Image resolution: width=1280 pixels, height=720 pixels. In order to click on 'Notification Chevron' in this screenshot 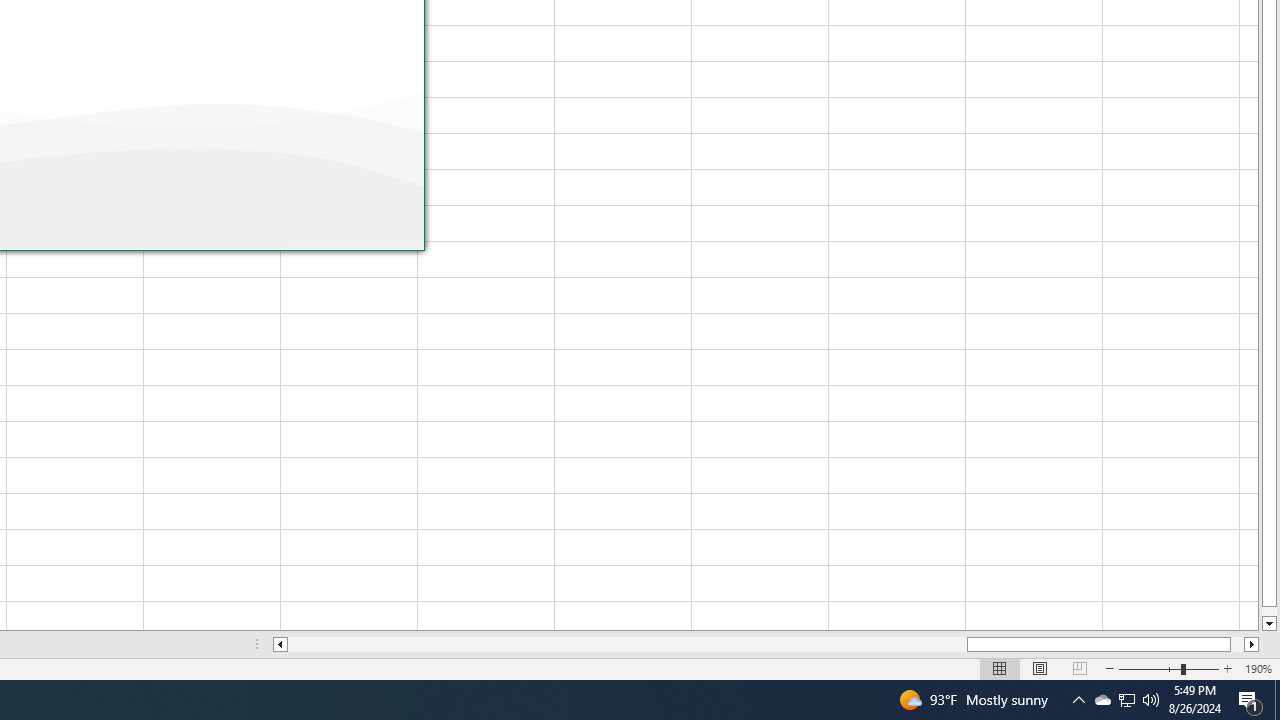, I will do `click(1078, 698)`.